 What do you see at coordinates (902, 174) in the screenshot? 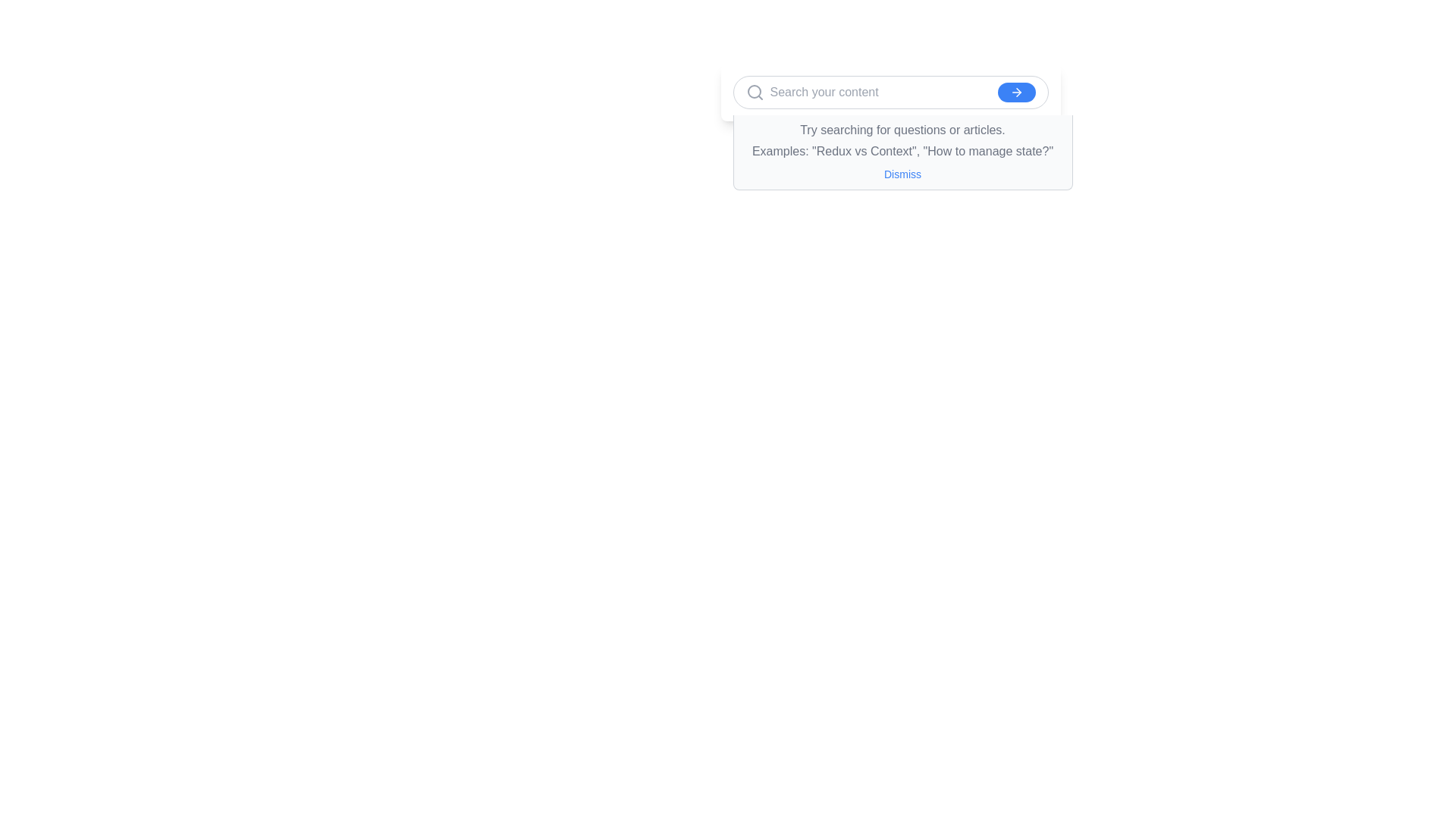
I see `the dismiss button located at the bottom-right corner of the suggestion box to close or hide it` at bounding box center [902, 174].